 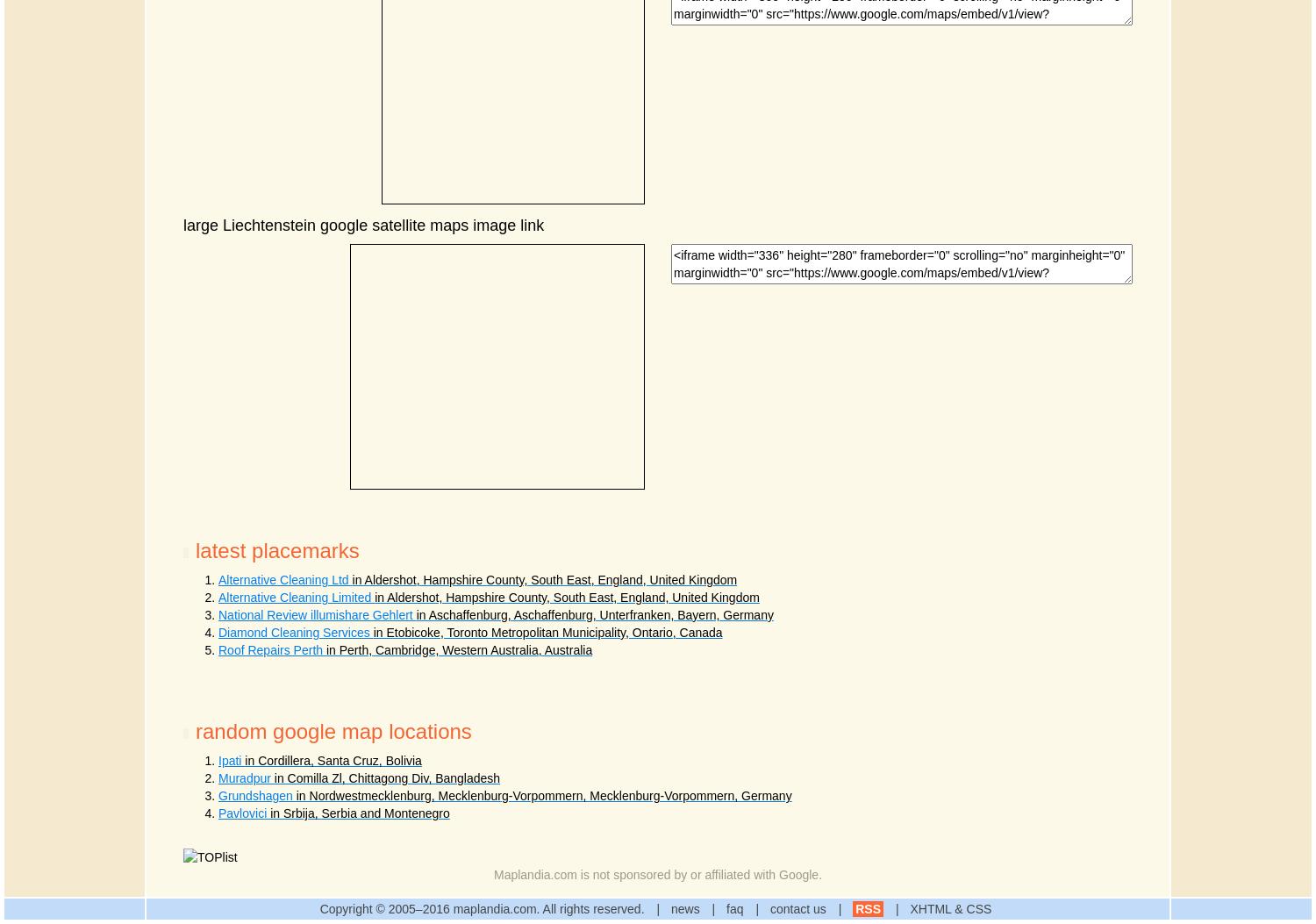 I want to click on 'Maplandia.com is not sponsored by or affiliated with Google.', so click(x=656, y=874).